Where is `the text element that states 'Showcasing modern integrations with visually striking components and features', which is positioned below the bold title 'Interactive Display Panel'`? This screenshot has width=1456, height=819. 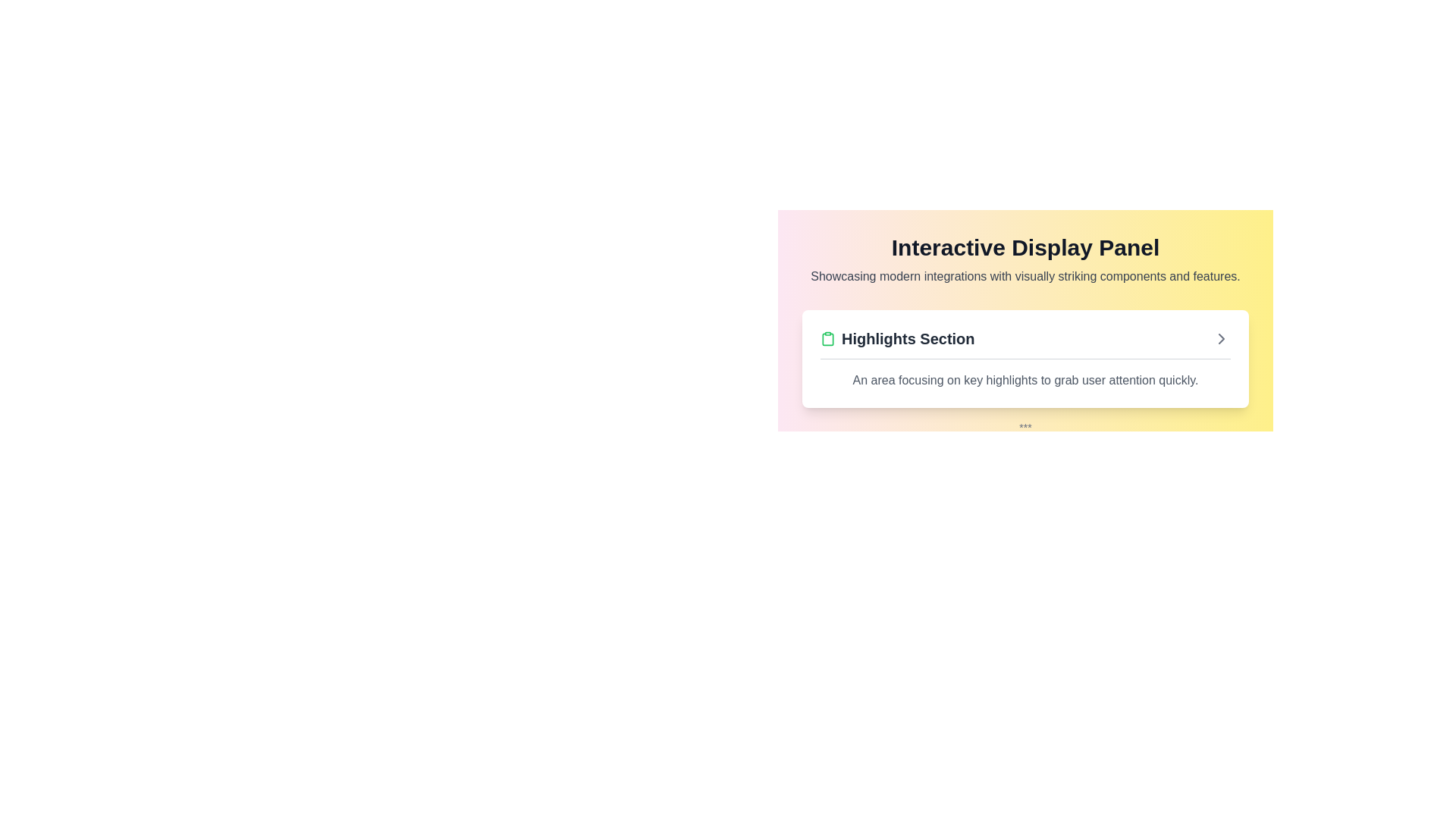
the text element that states 'Showcasing modern integrations with visually striking components and features', which is positioned below the bold title 'Interactive Display Panel' is located at coordinates (1025, 277).